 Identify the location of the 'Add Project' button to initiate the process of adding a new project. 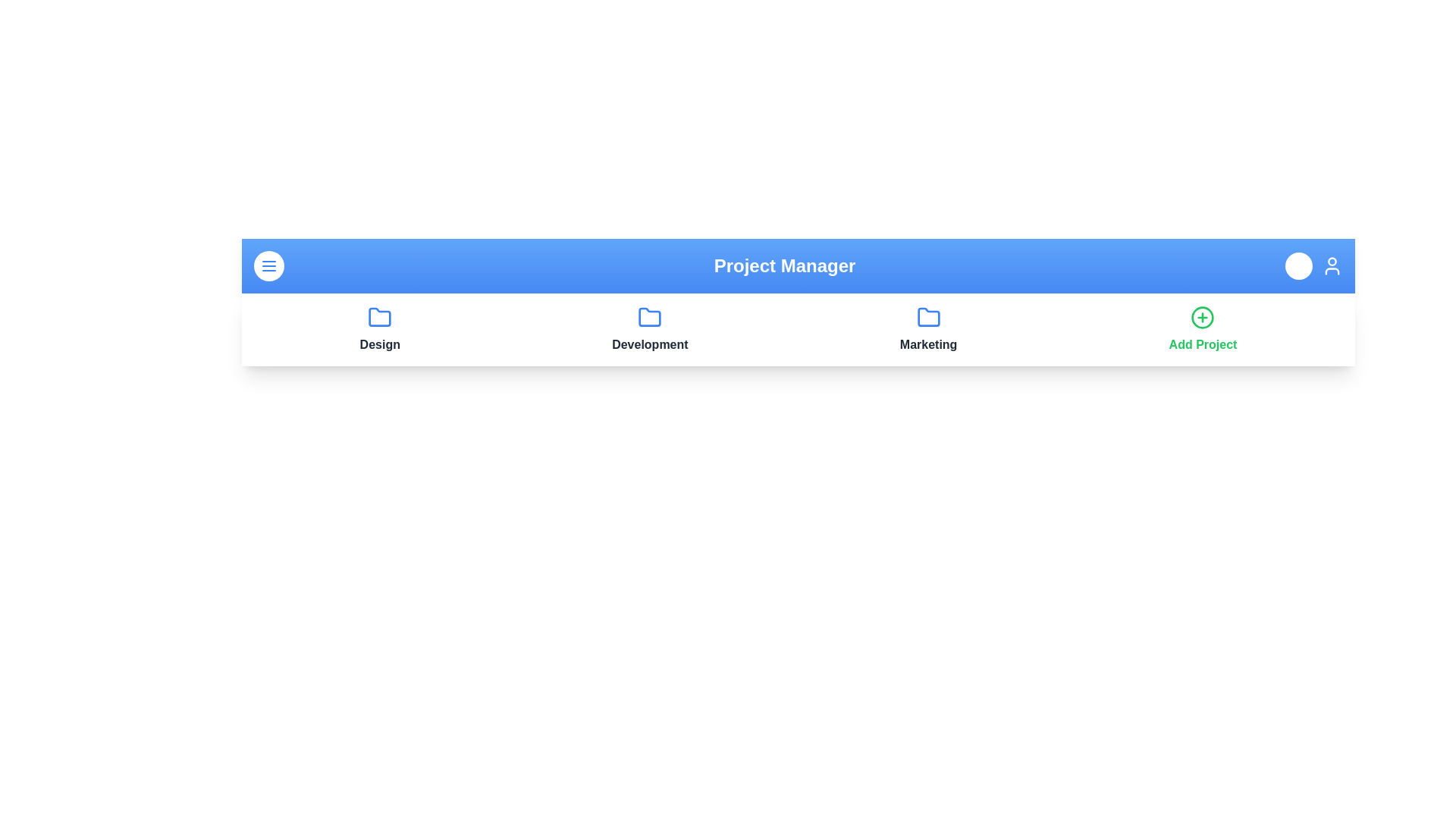
(1201, 329).